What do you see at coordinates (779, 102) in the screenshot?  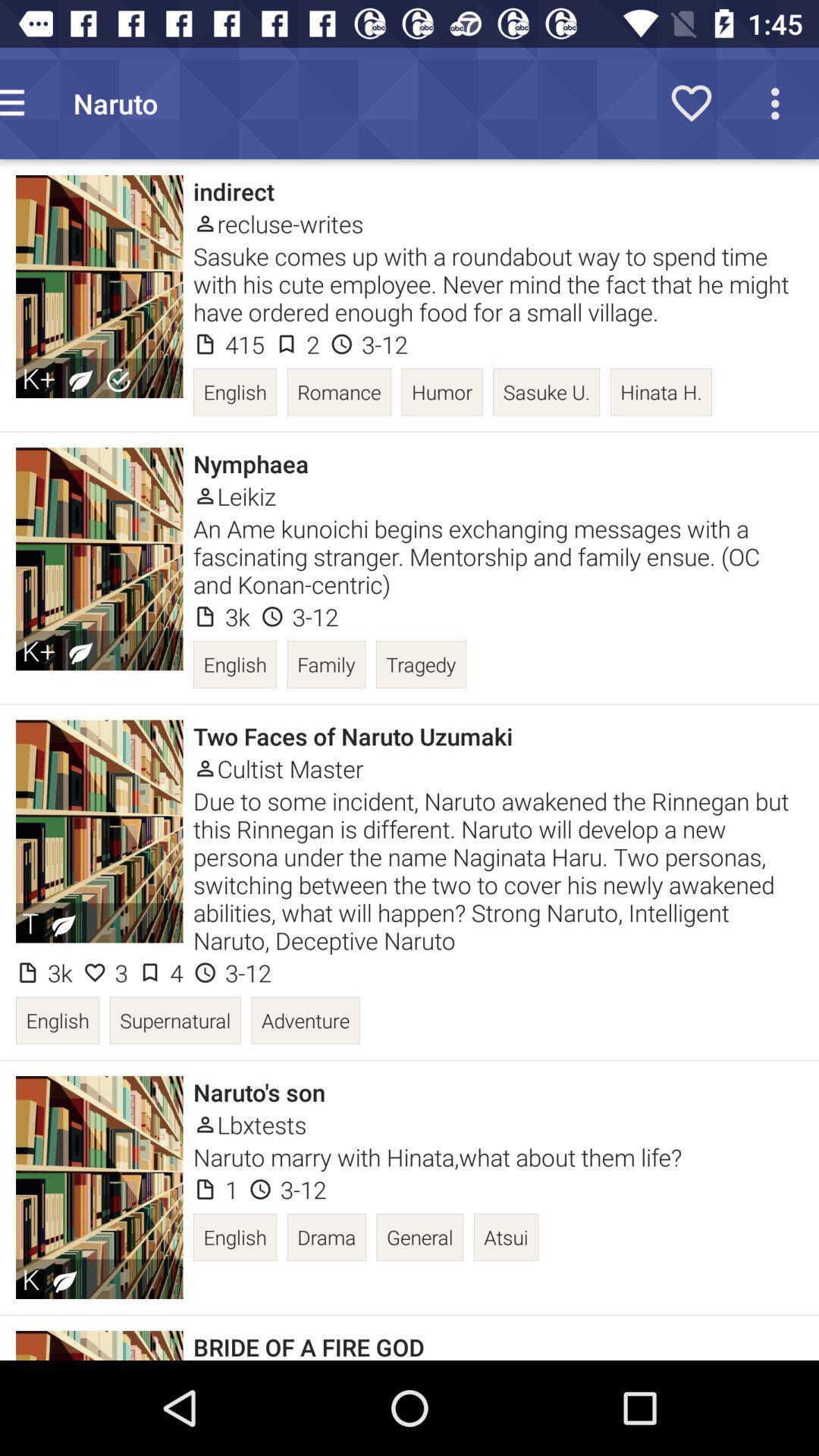 I see `the more icon` at bounding box center [779, 102].